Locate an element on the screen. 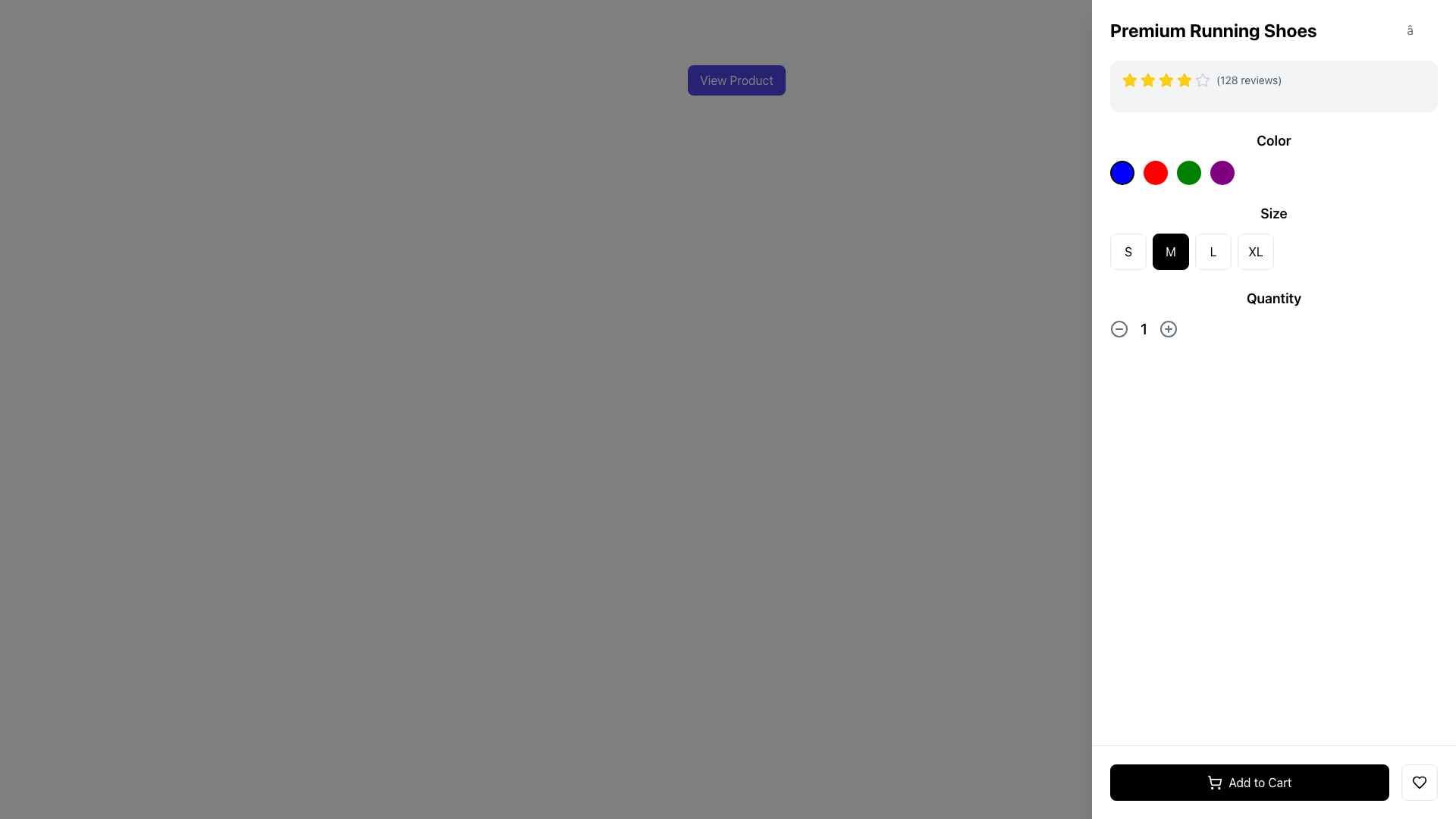 This screenshot has height=819, width=1456. the button labeled 'Premium Running Shoes' to observe its hover effects is located at coordinates (736, 80).